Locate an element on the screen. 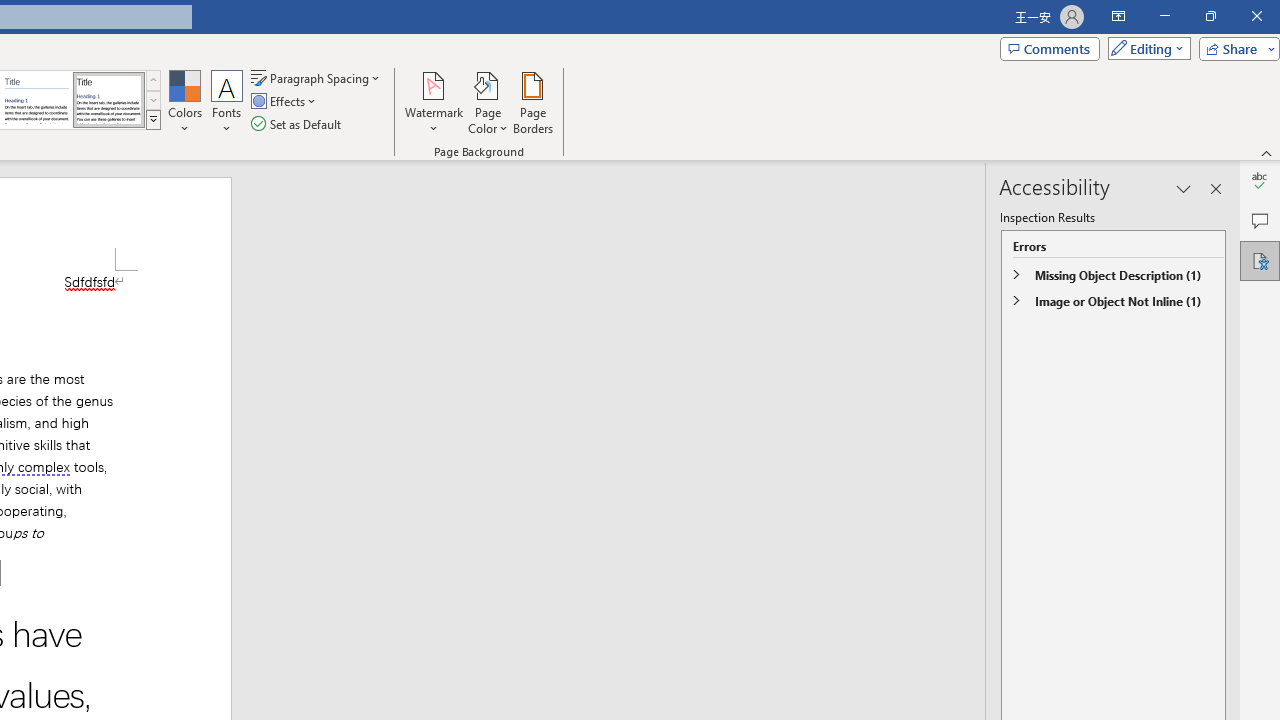 This screenshot has height=720, width=1280. 'Colors' is located at coordinates (184, 103).